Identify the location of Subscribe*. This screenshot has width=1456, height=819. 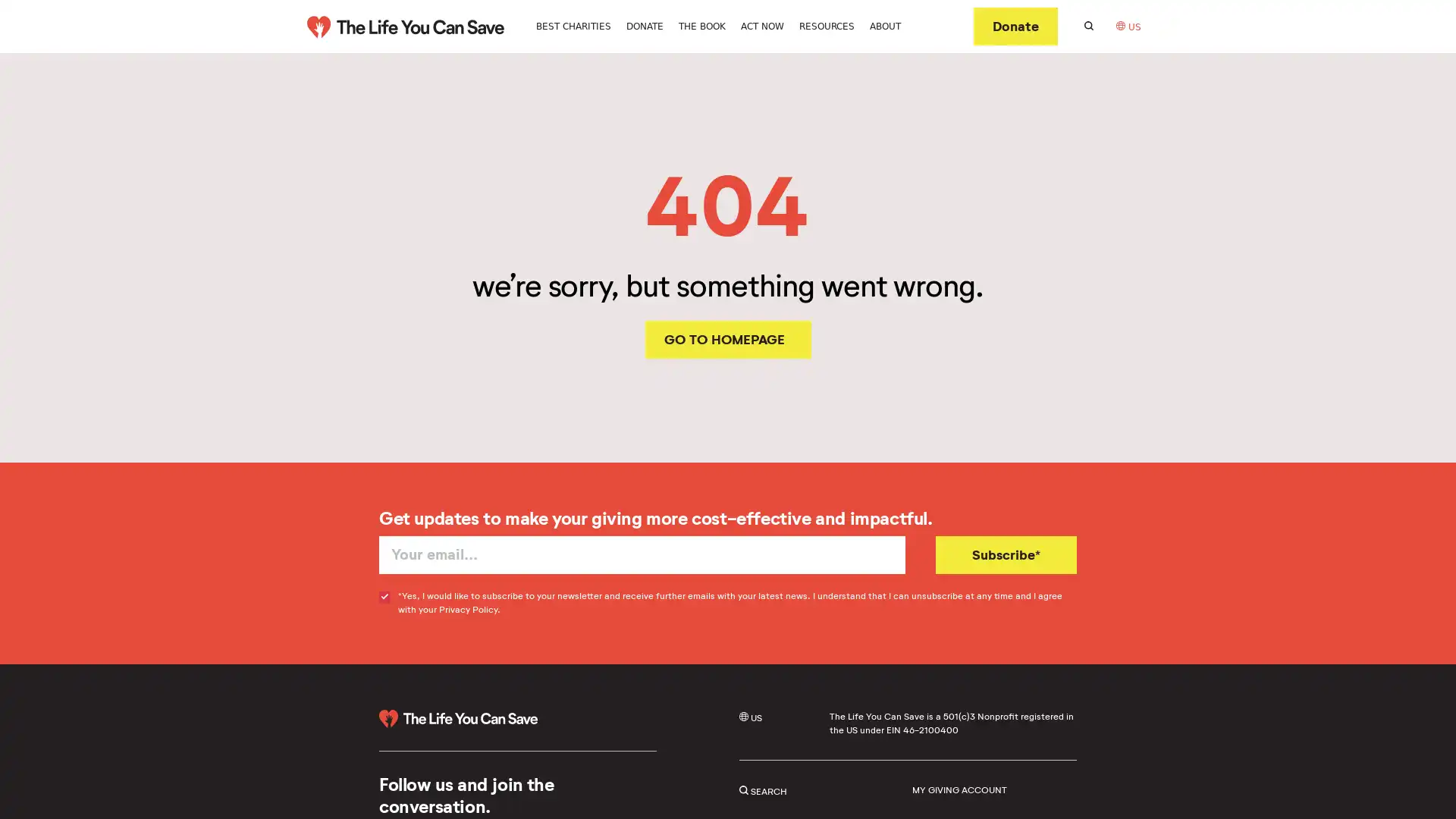
(1005, 554).